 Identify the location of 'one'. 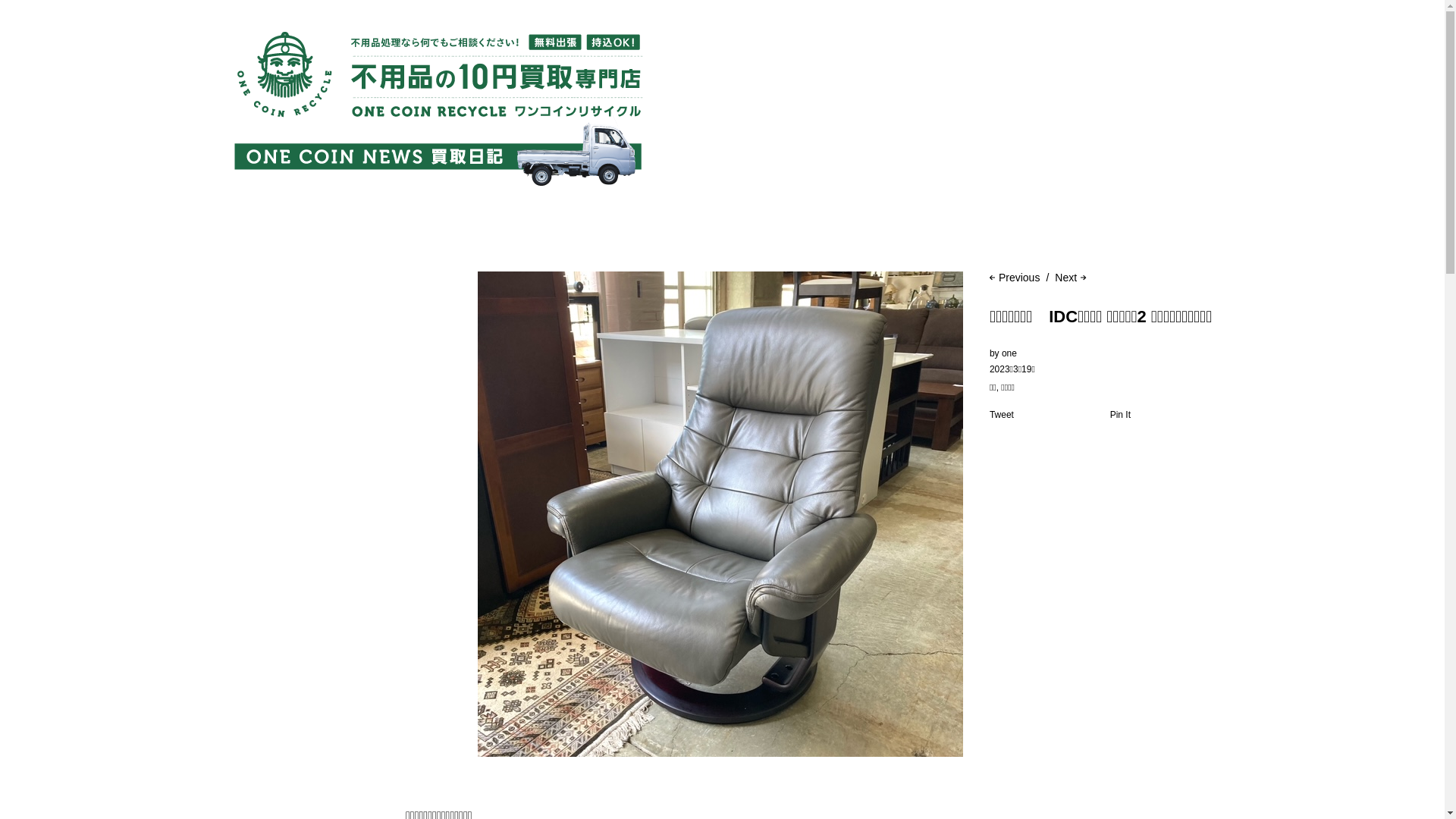
(1009, 353).